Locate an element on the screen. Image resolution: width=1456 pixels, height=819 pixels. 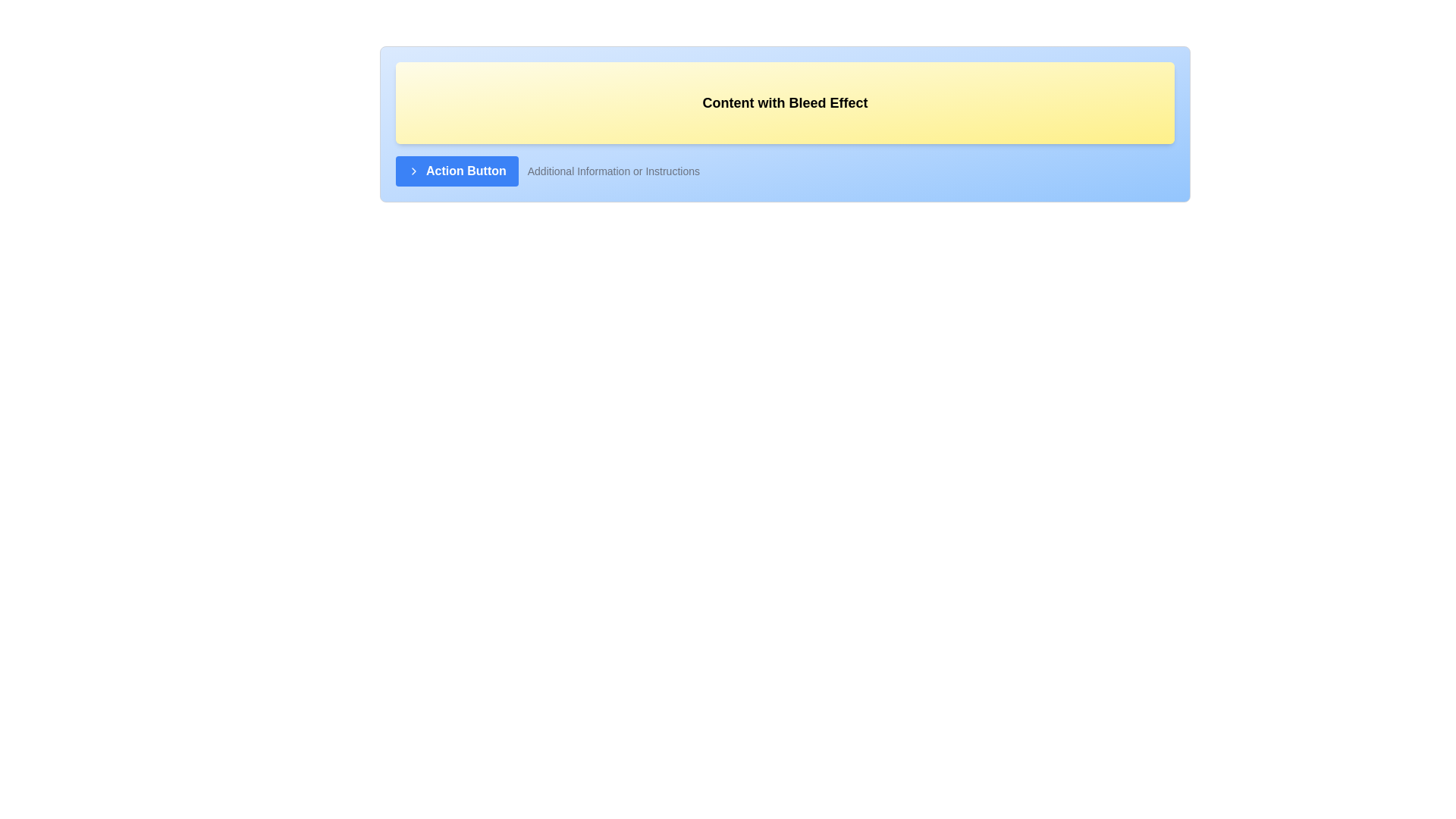
the button with a bold blue background and white text that reads 'Action Button' is located at coordinates (456, 171).